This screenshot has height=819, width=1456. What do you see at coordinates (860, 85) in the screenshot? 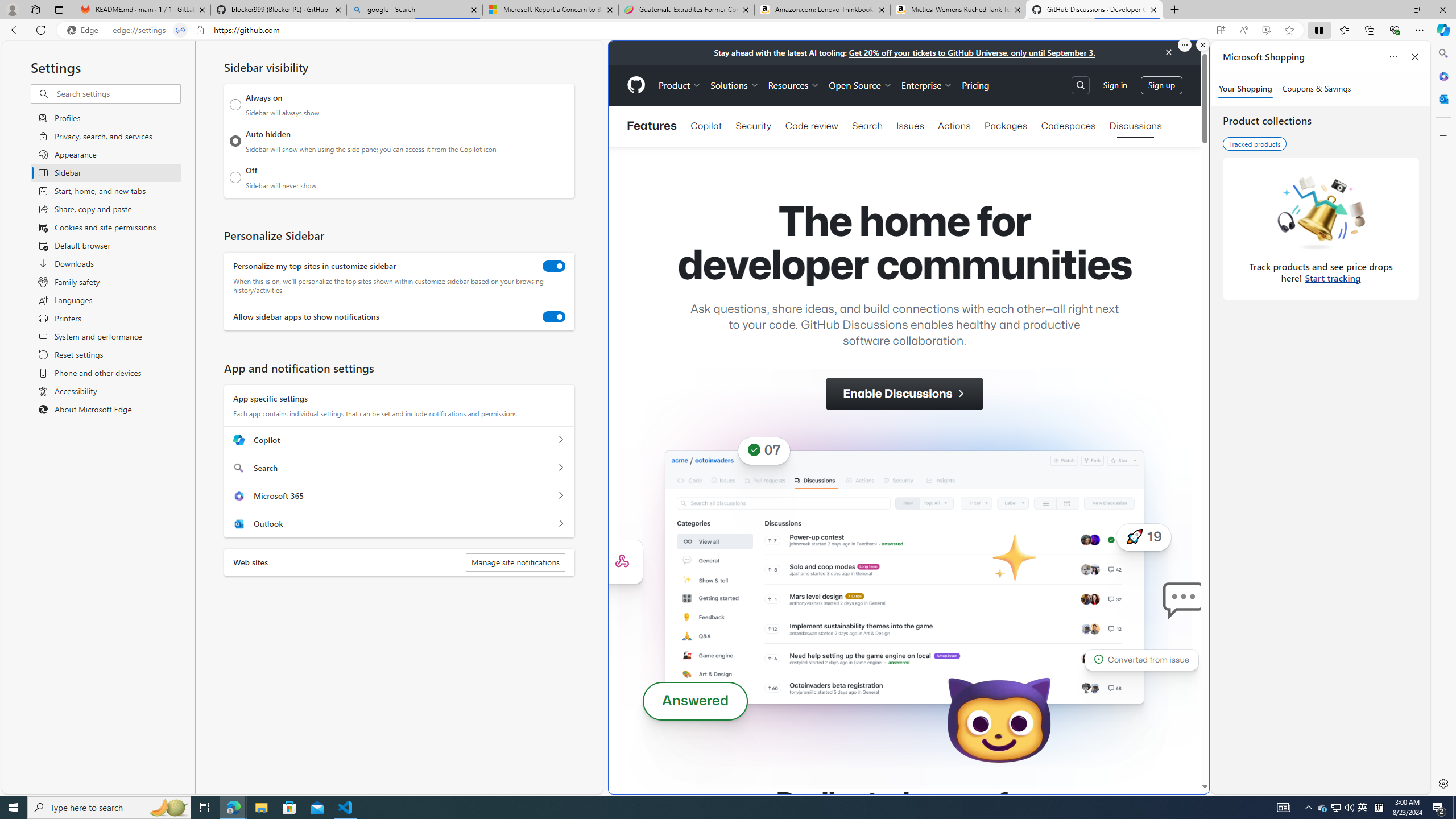
I see `'Open Source'` at bounding box center [860, 85].